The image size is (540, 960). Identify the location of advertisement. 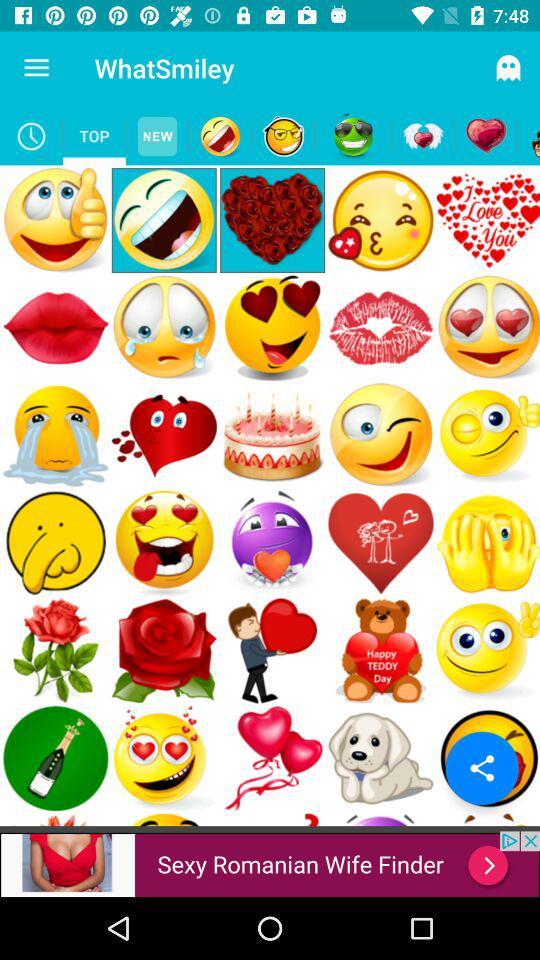
(270, 863).